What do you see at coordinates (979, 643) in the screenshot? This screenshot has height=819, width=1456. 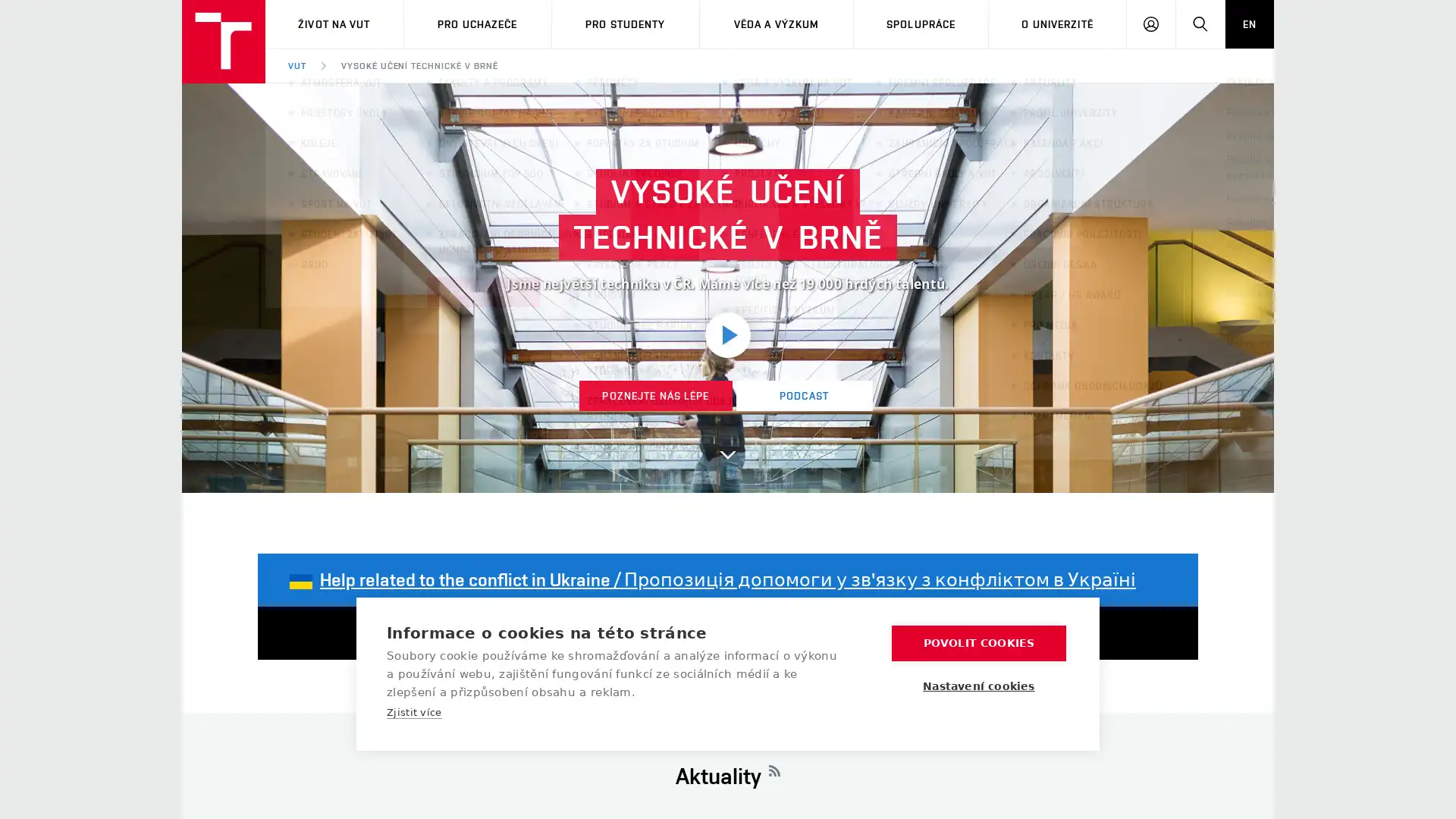 I see `POVOLIT COOKIES` at bounding box center [979, 643].